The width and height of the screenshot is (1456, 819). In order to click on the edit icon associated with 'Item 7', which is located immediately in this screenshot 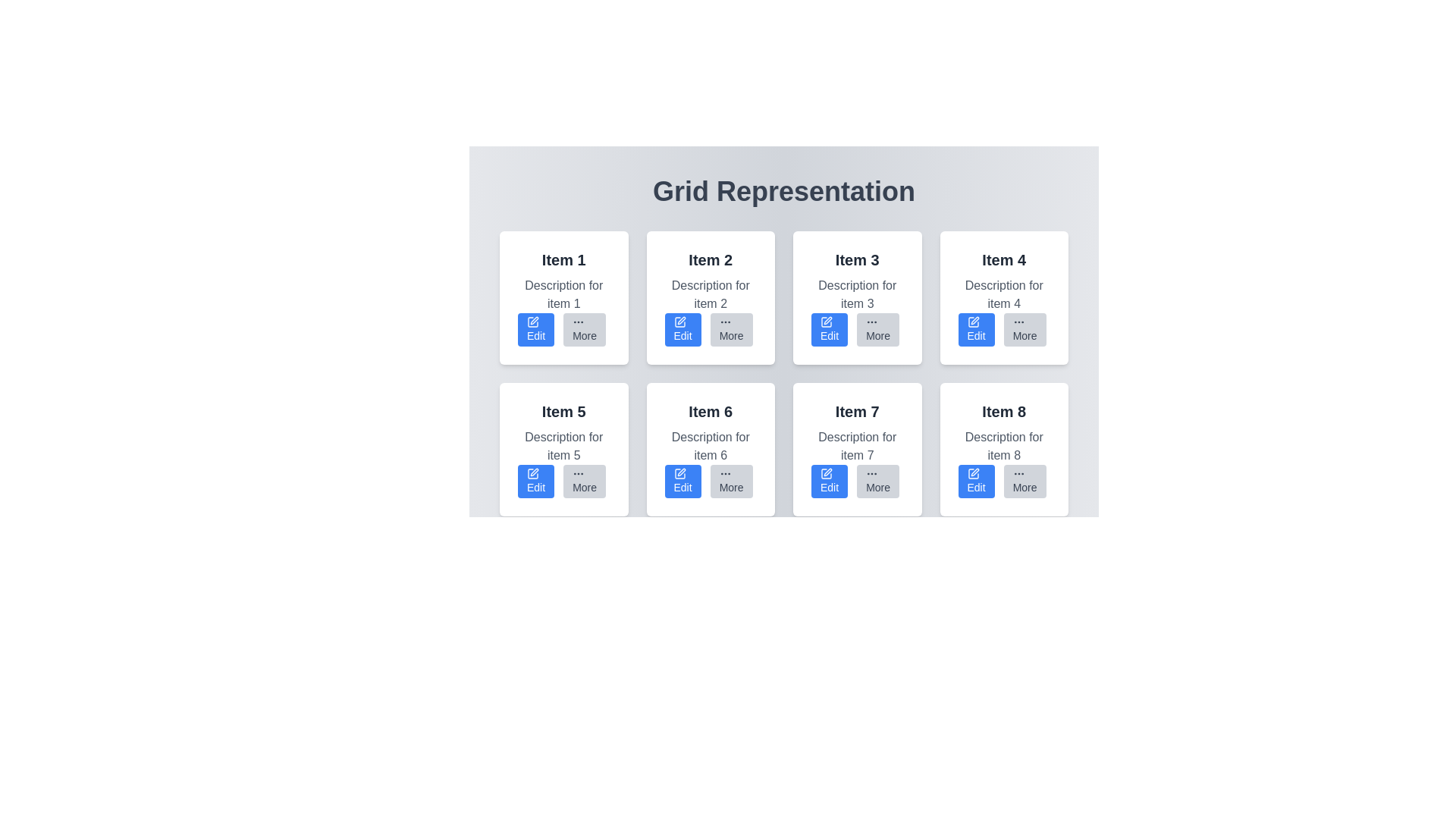, I will do `click(827, 472)`.